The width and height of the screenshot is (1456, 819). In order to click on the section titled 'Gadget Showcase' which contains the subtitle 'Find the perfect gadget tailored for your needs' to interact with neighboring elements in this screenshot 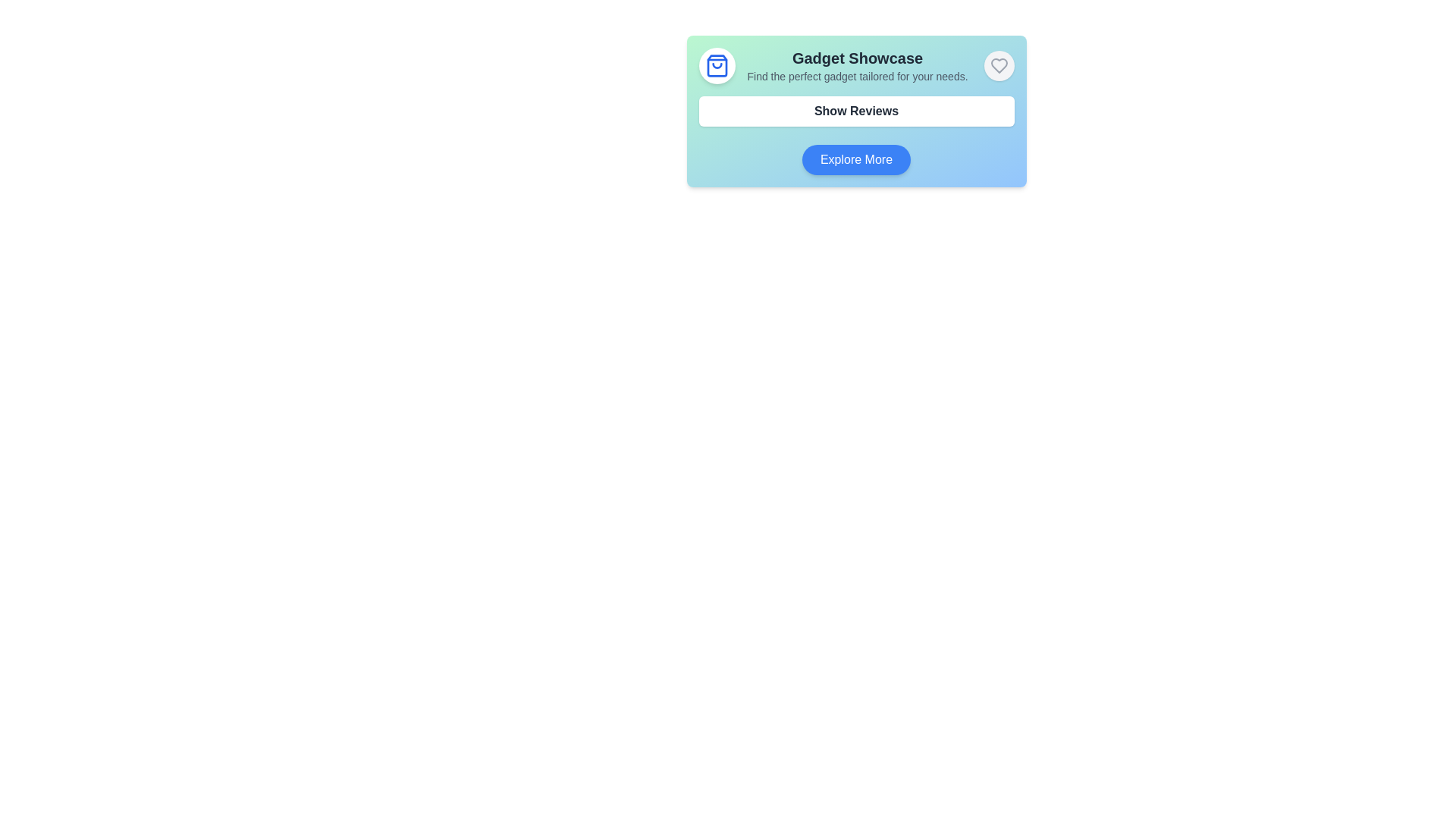, I will do `click(833, 65)`.